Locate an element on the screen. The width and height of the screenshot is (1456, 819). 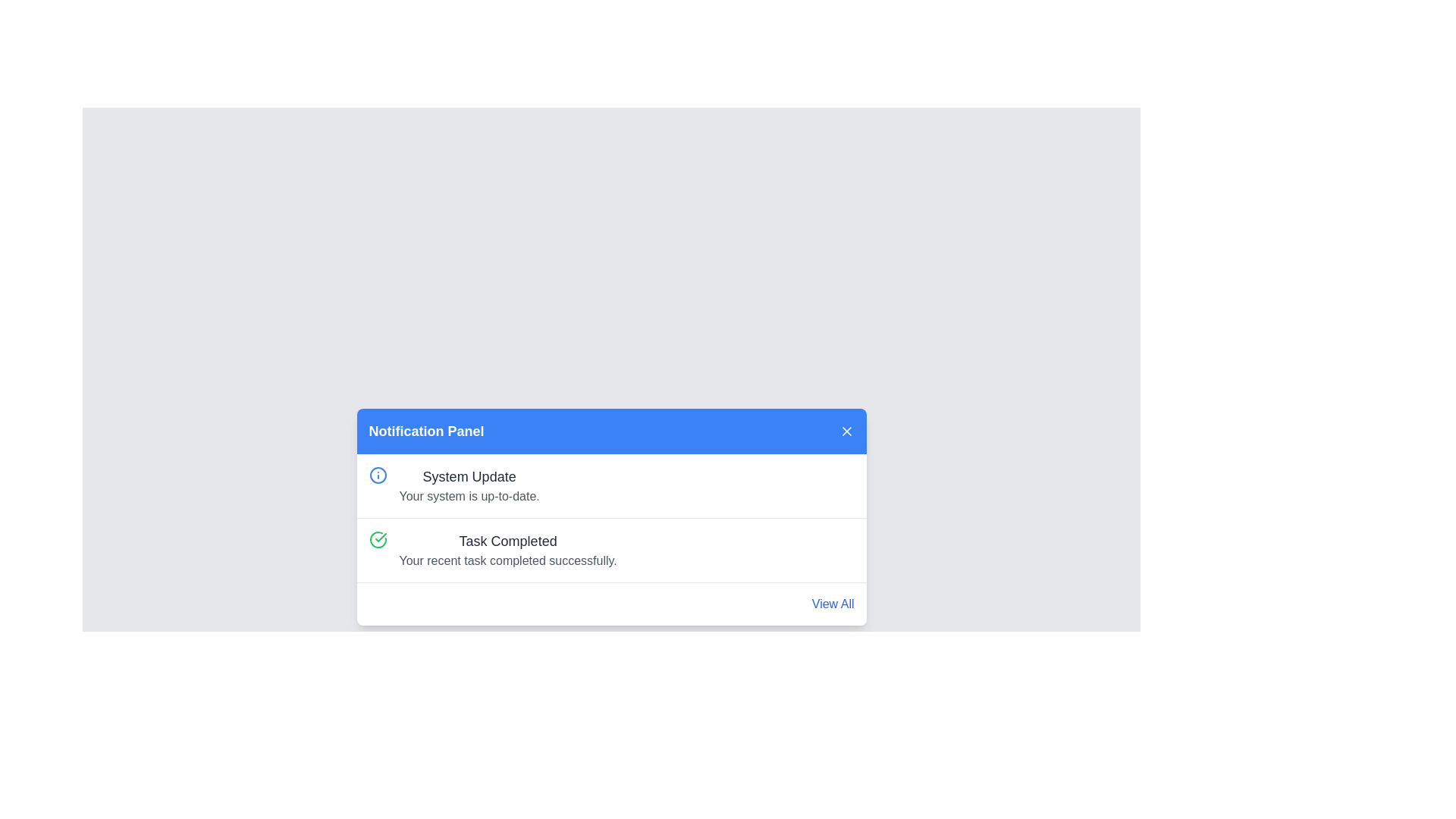
the green circular icon with a checkmark inside, which symbolizes success, located to the left of the 'Task Completed' text in the notification panel is located at coordinates (378, 539).